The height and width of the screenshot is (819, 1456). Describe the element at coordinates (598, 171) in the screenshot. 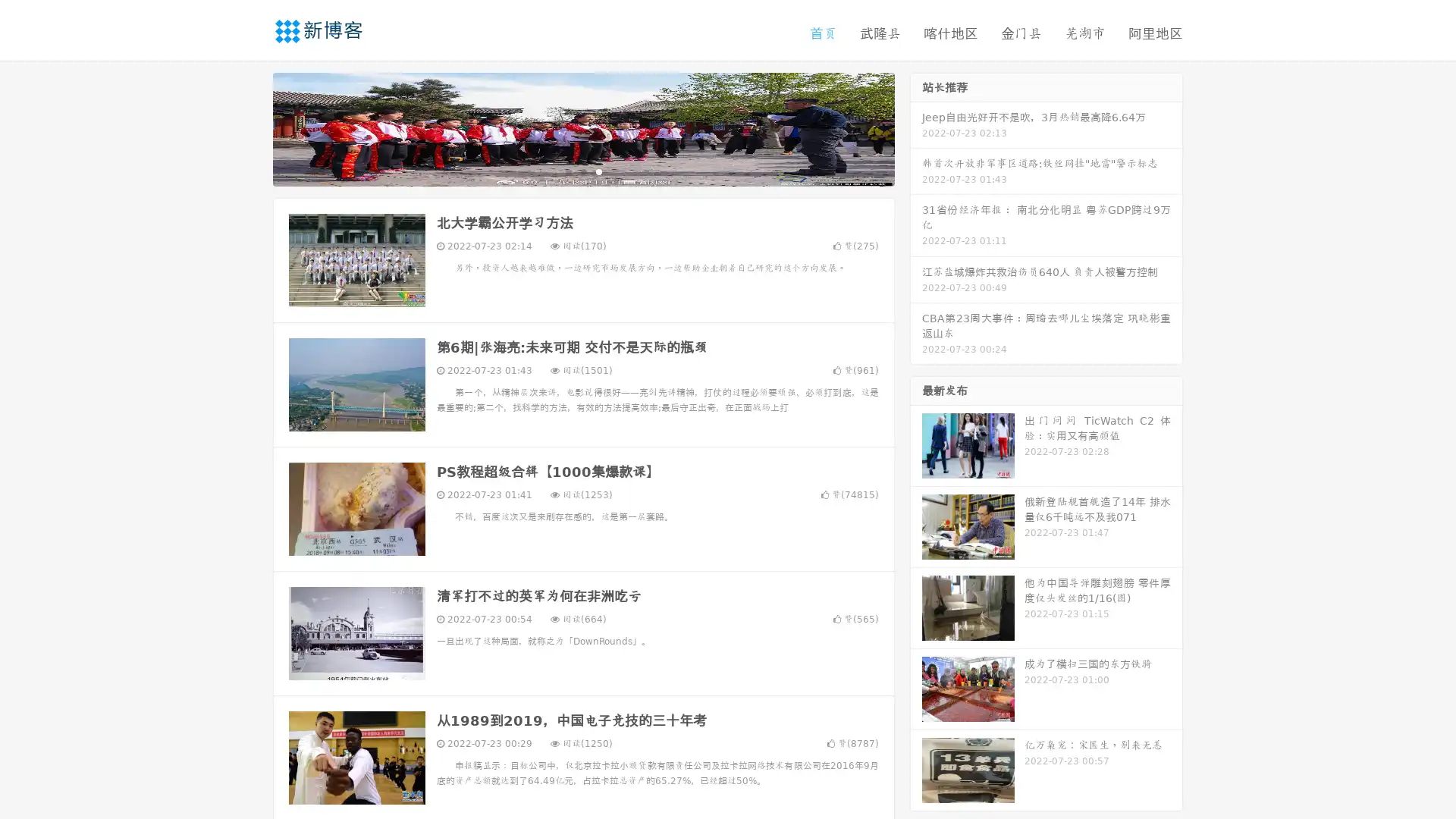

I see `Go to slide 3` at that location.